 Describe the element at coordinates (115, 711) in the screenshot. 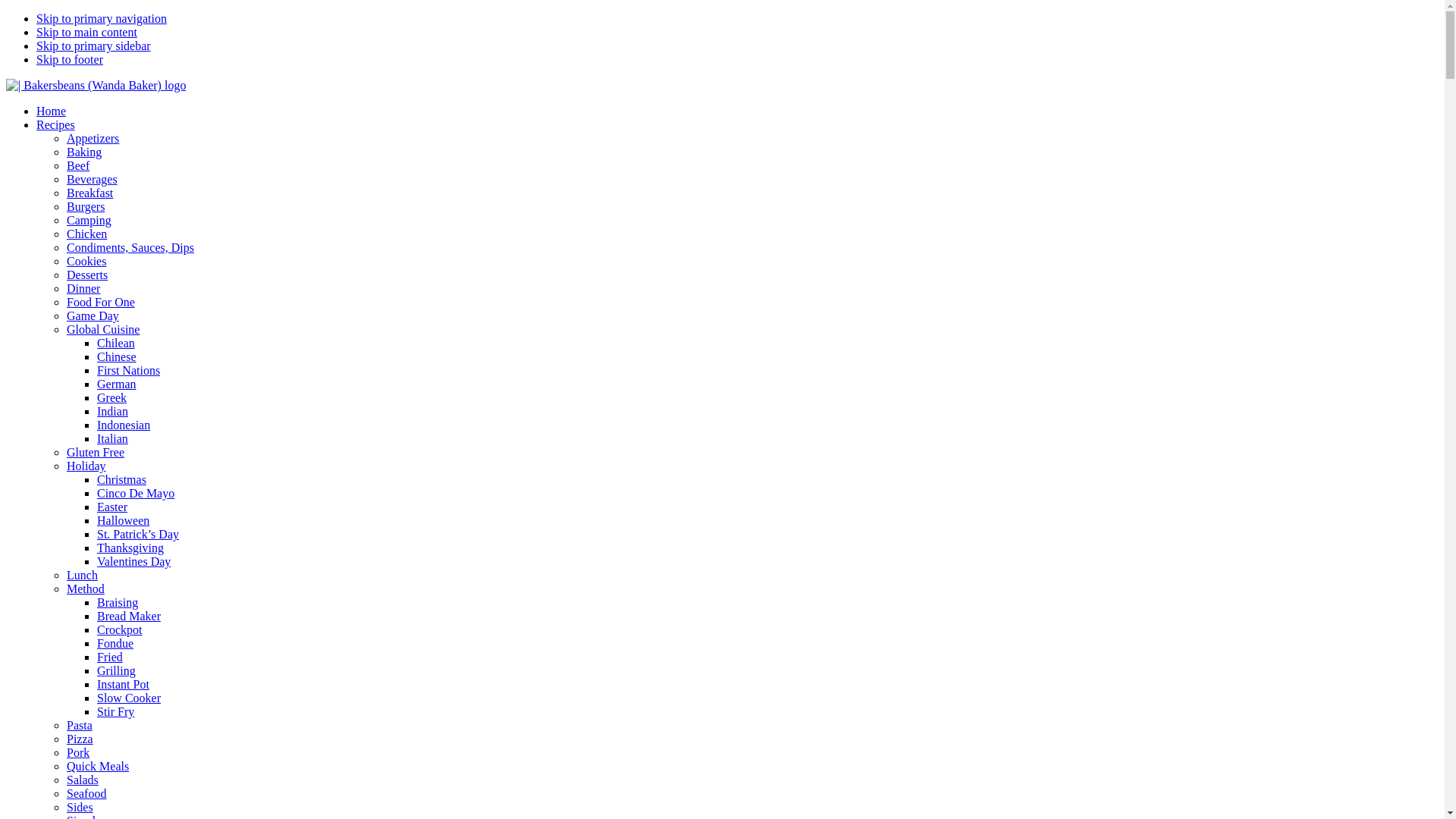

I see `'Stir Fry'` at that location.